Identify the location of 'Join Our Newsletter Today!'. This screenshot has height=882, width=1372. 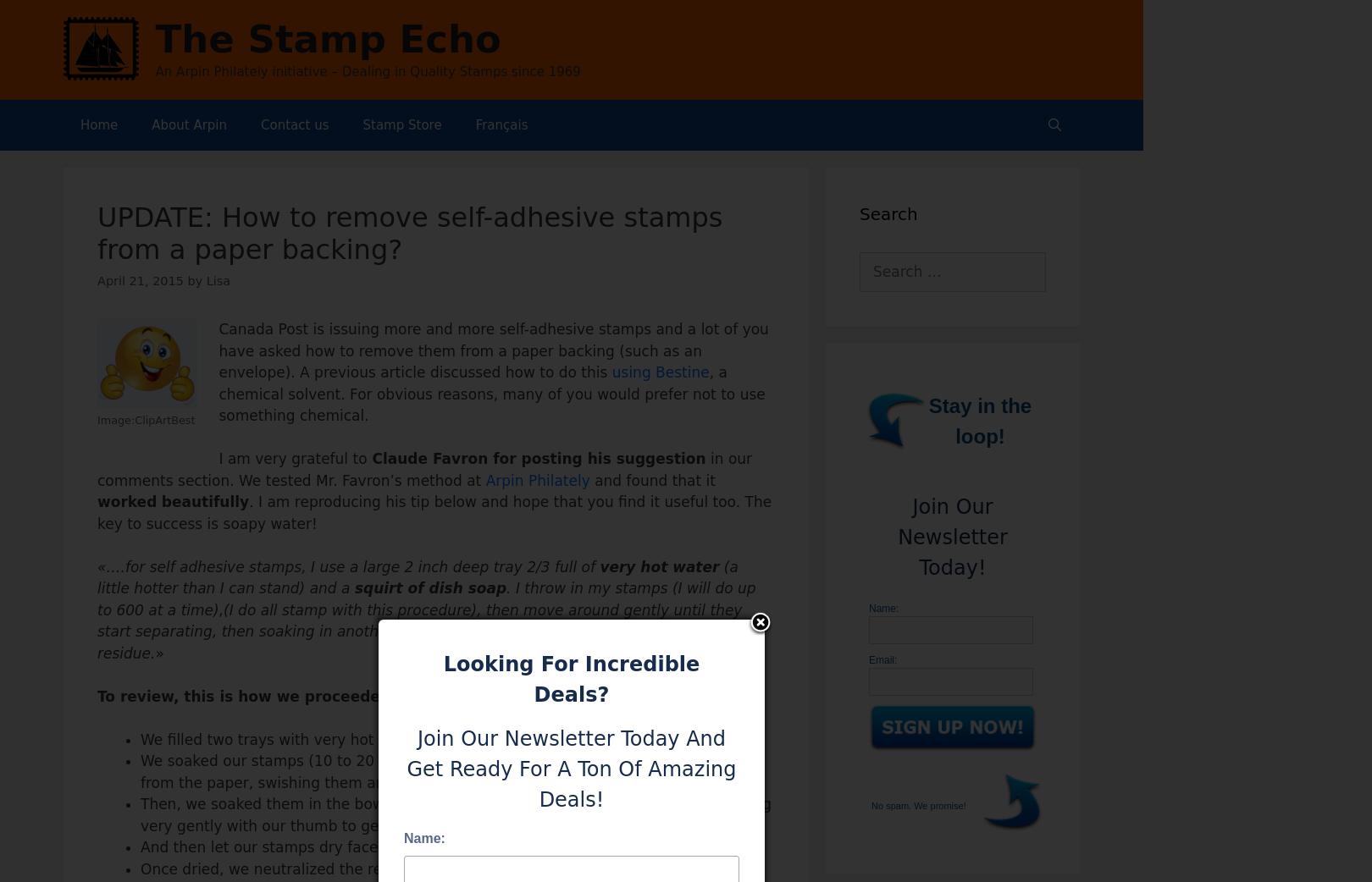
(951, 537).